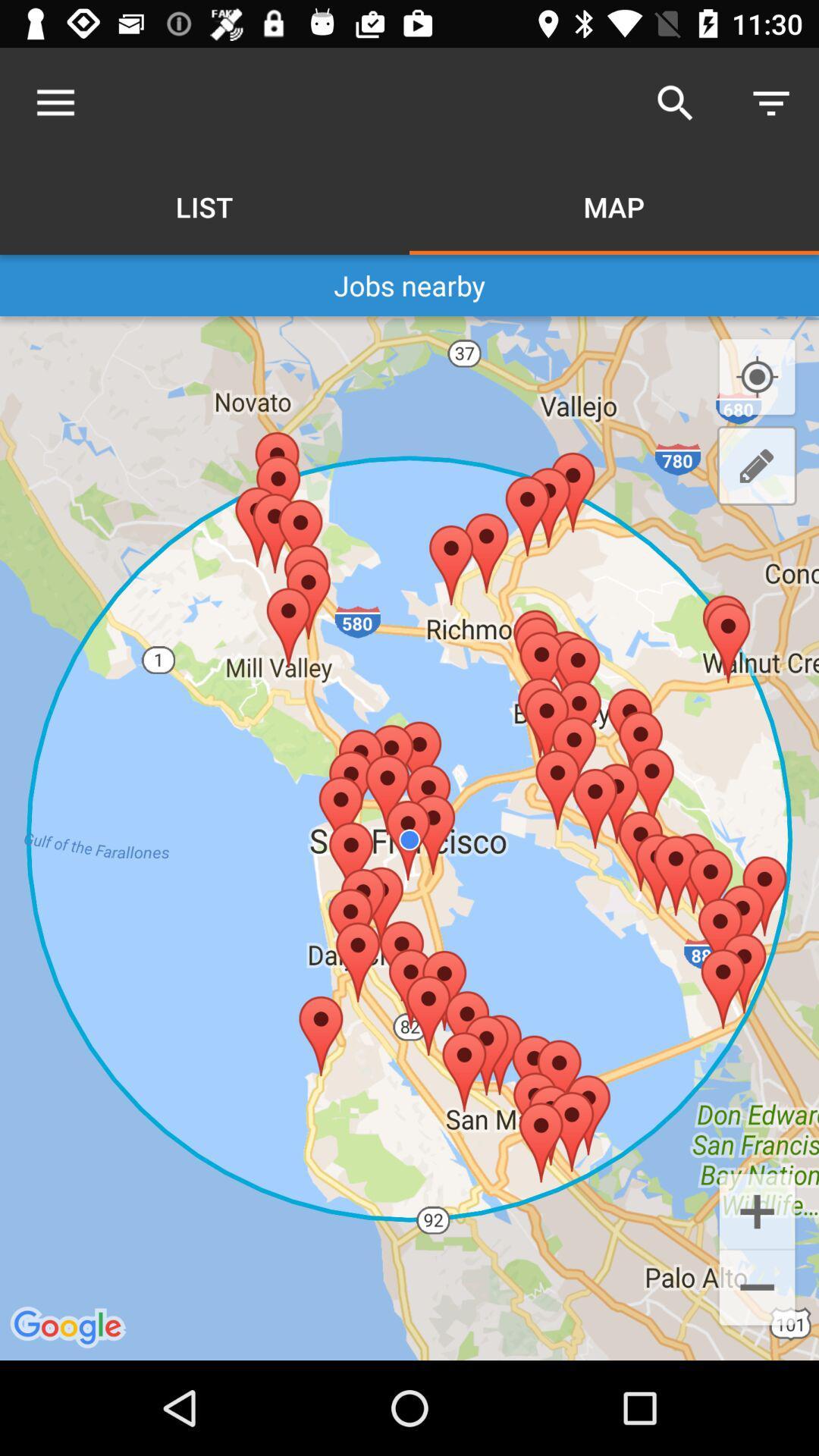 The height and width of the screenshot is (1456, 819). I want to click on the icon above the jobs nearby icon, so click(771, 102).